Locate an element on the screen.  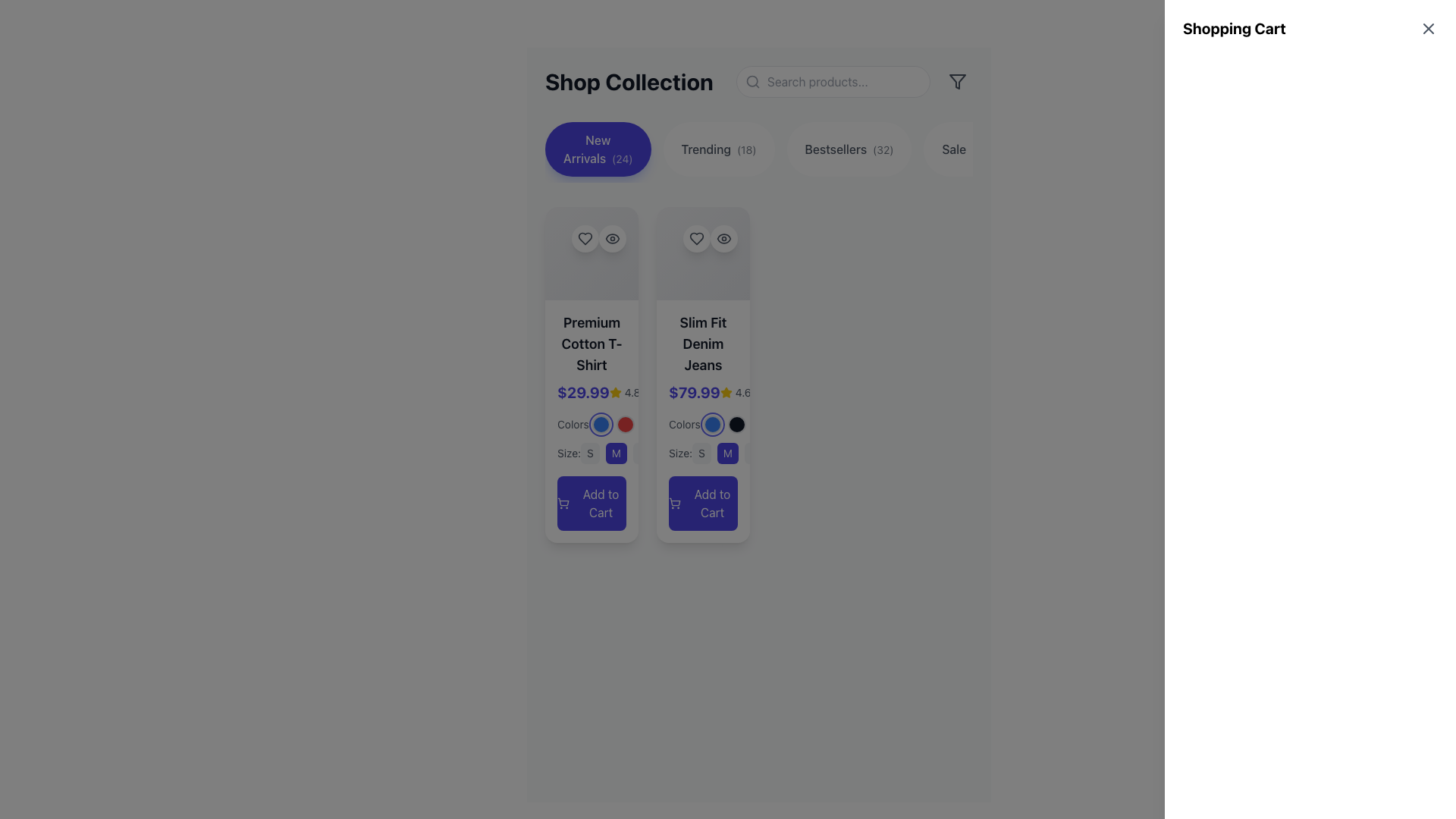
the numeric text label reading '4.8', which is styled in a small font size and gray color, located next to a yellow star icon, indicating a rating component within a product card is located at coordinates (632, 391).